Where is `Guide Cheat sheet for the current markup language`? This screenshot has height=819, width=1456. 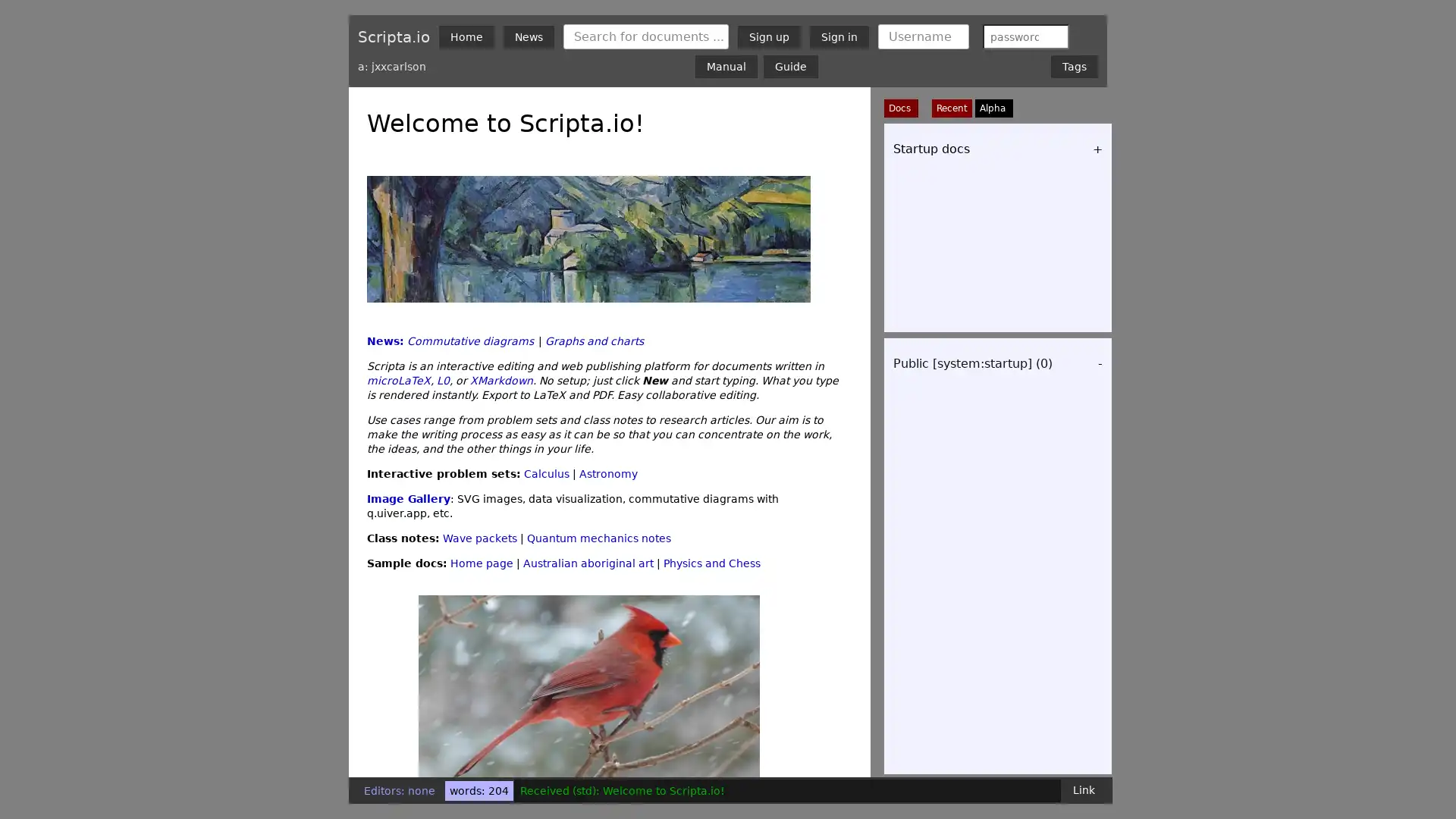
Guide Cheat sheet for the current markup language is located at coordinates (789, 66).